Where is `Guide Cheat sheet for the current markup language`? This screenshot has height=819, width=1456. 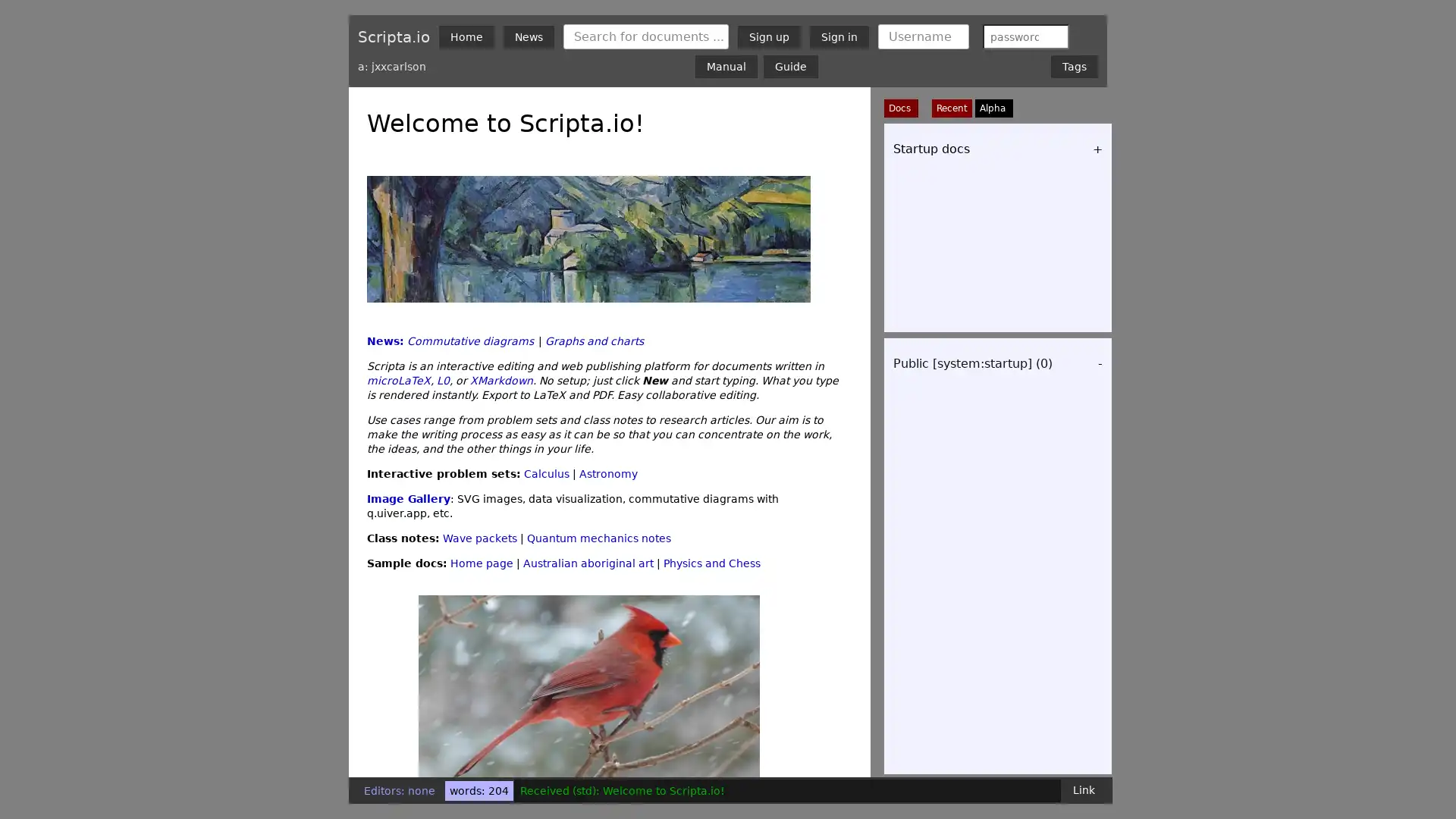
Guide Cheat sheet for the current markup language is located at coordinates (789, 66).